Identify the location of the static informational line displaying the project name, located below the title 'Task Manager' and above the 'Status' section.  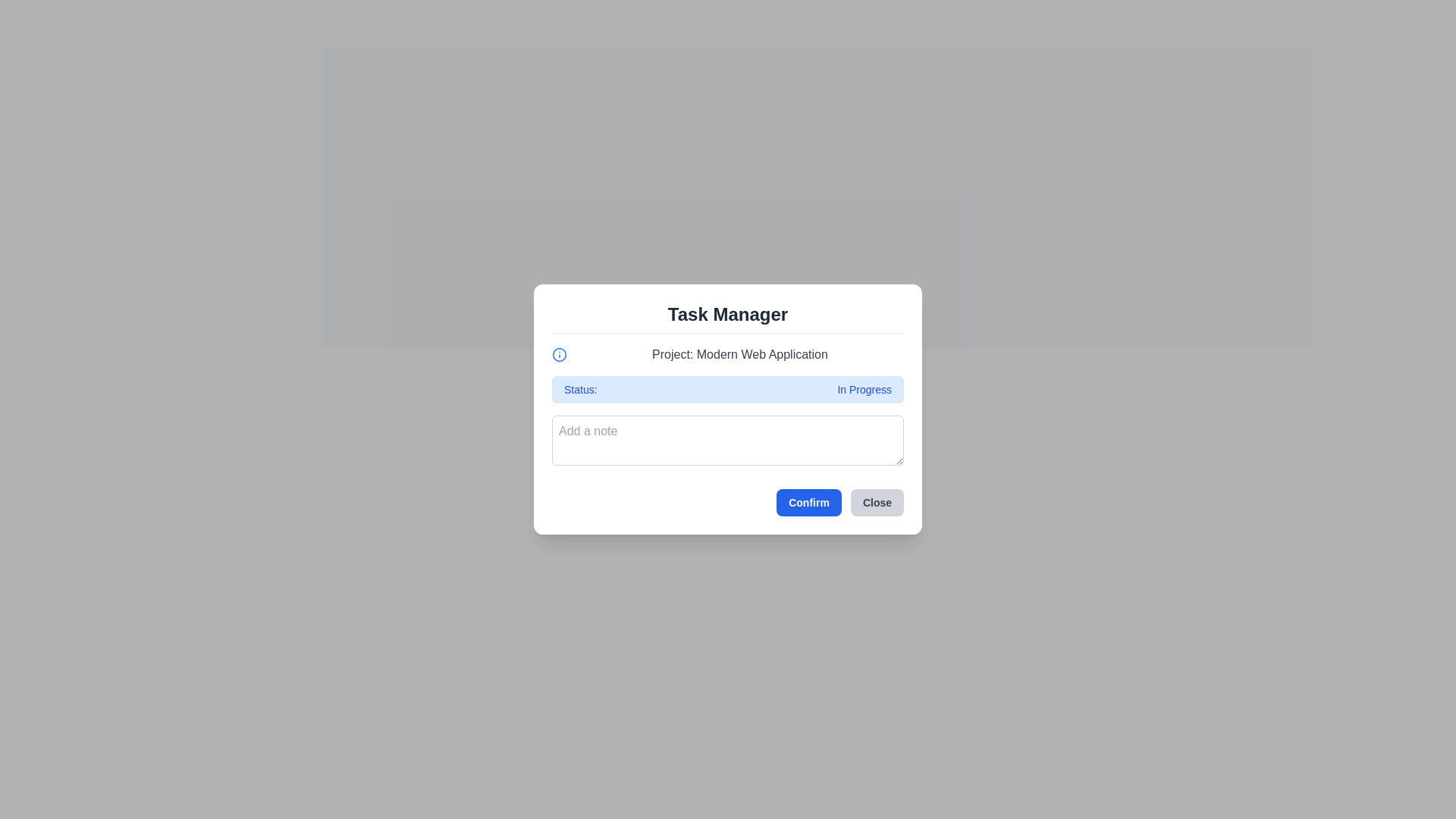
(728, 354).